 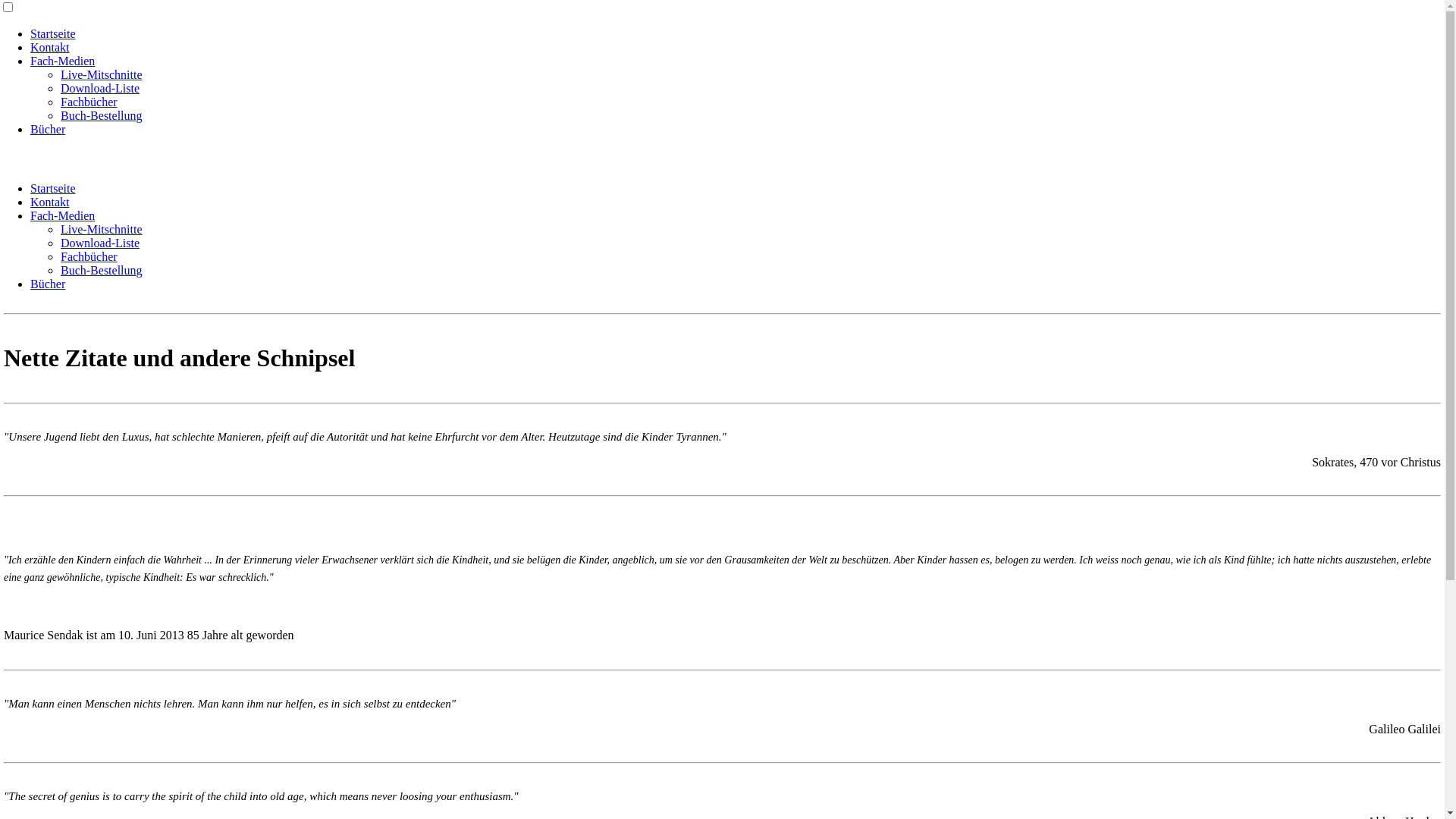 What do you see at coordinates (99, 88) in the screenshot?
I see `'Download-Liste'` at bounding box center [99, 88].